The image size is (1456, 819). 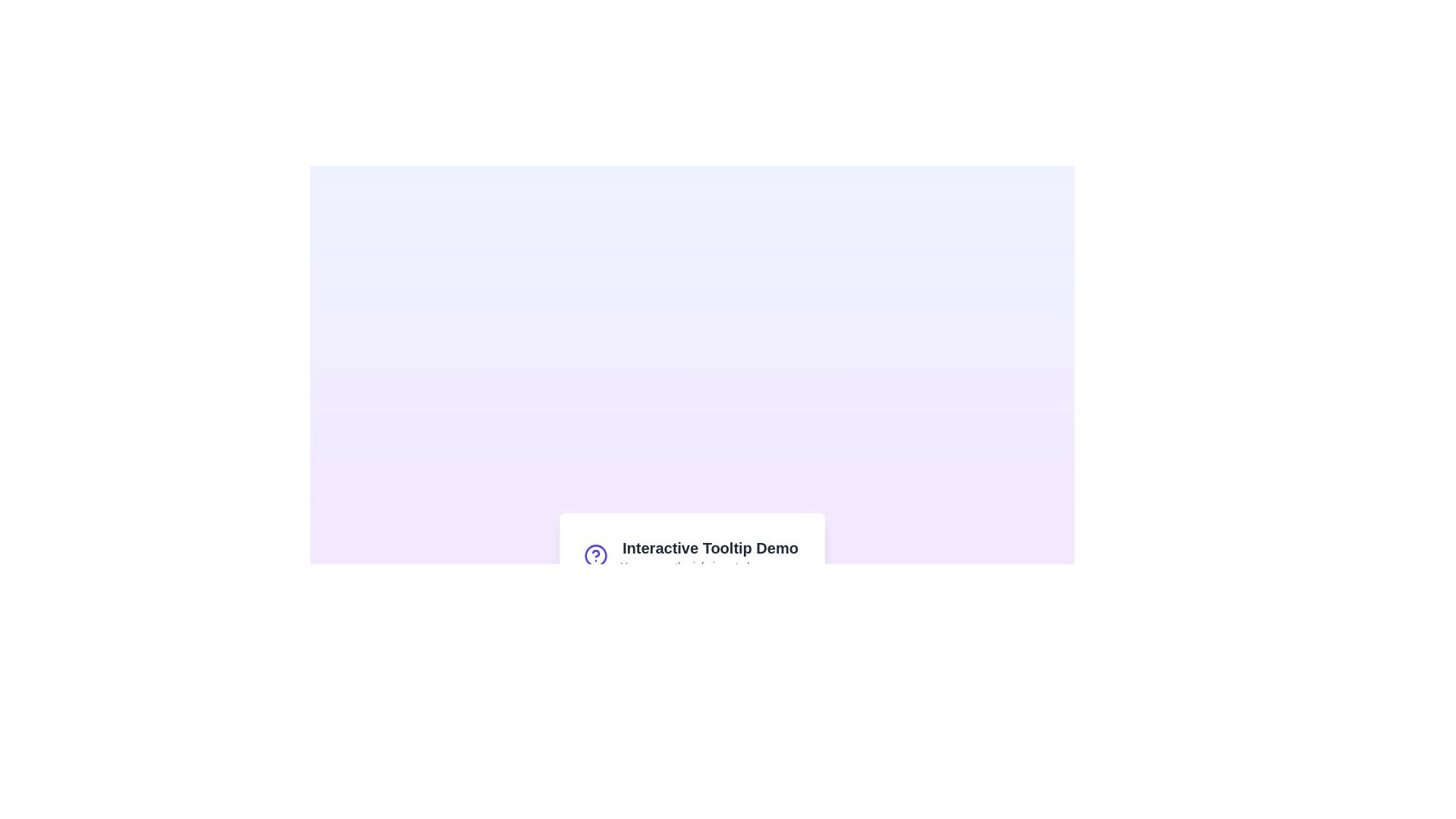 What do you see at coordinates (709, 548) in the screenshot?
I see `text content of the bold, extra-large dark gray text element displaying 'Interactive Tooltip Demo', which is positioned above the 'Hover over the info icon to learn more.' text` at bounding box center [709, 548].